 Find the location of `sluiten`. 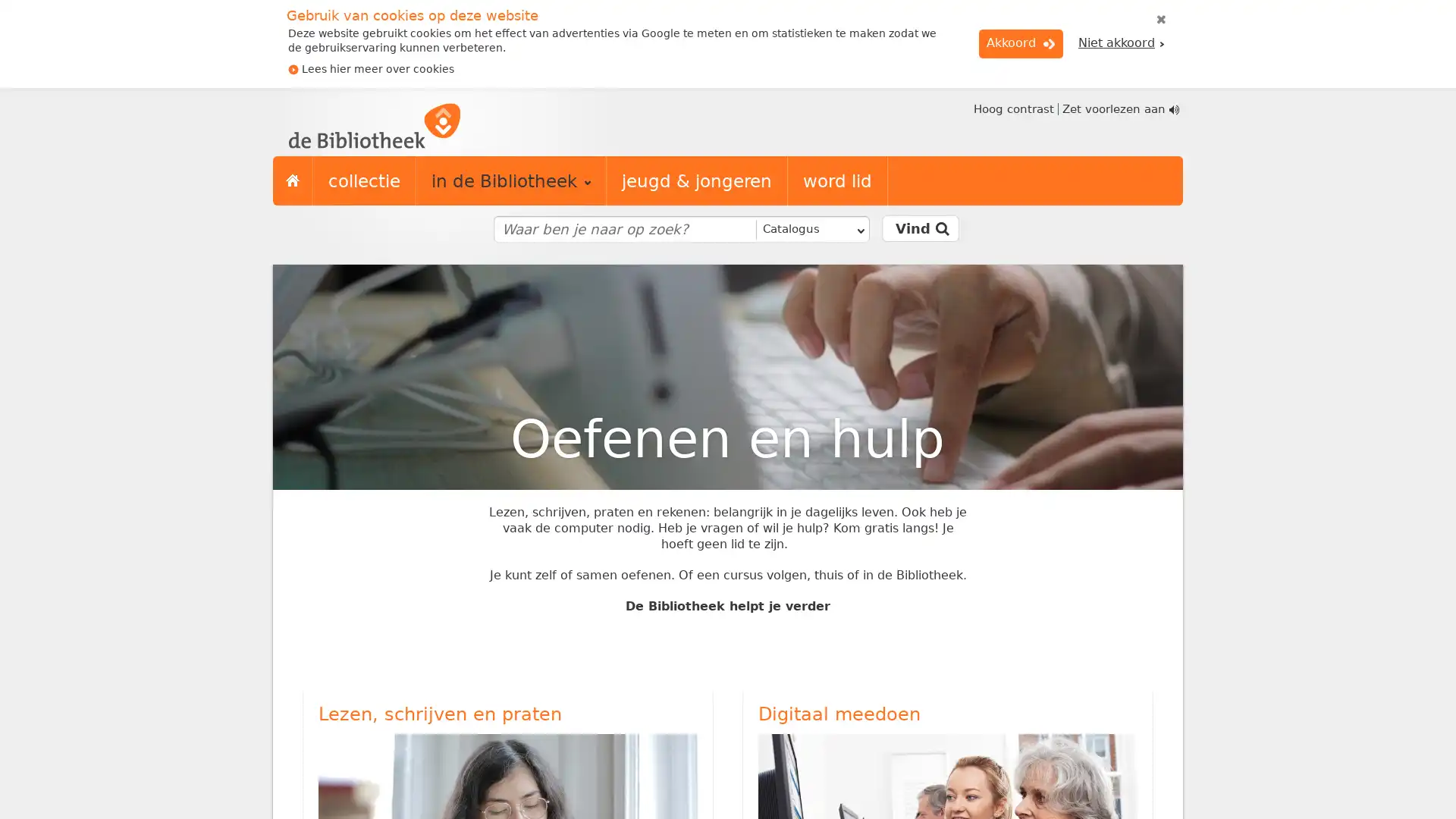

sluiten is located at coordinates (1160, 20).